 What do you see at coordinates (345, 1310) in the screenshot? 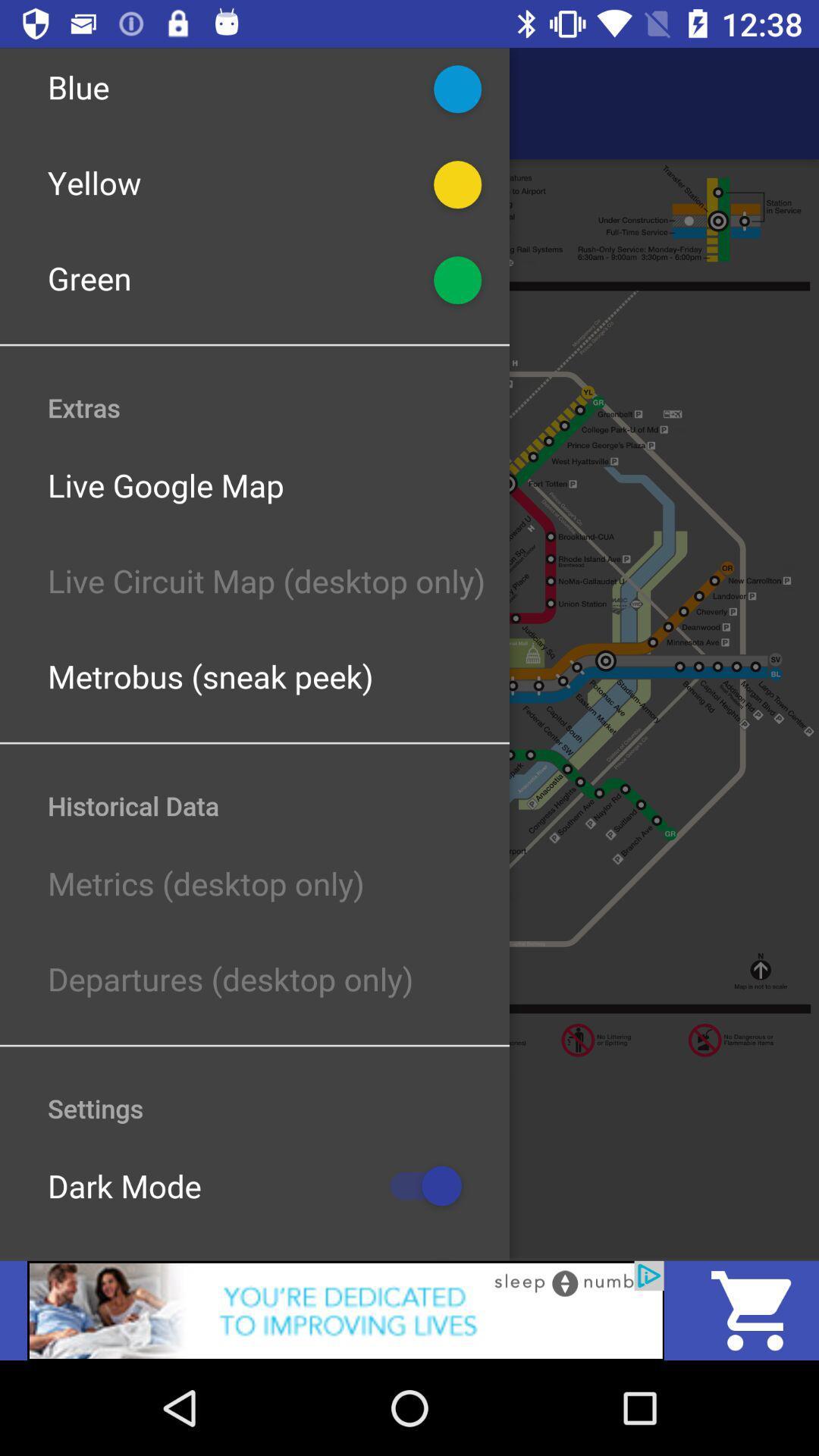
I see `advertisement button` at bounding box center [345, 1310].